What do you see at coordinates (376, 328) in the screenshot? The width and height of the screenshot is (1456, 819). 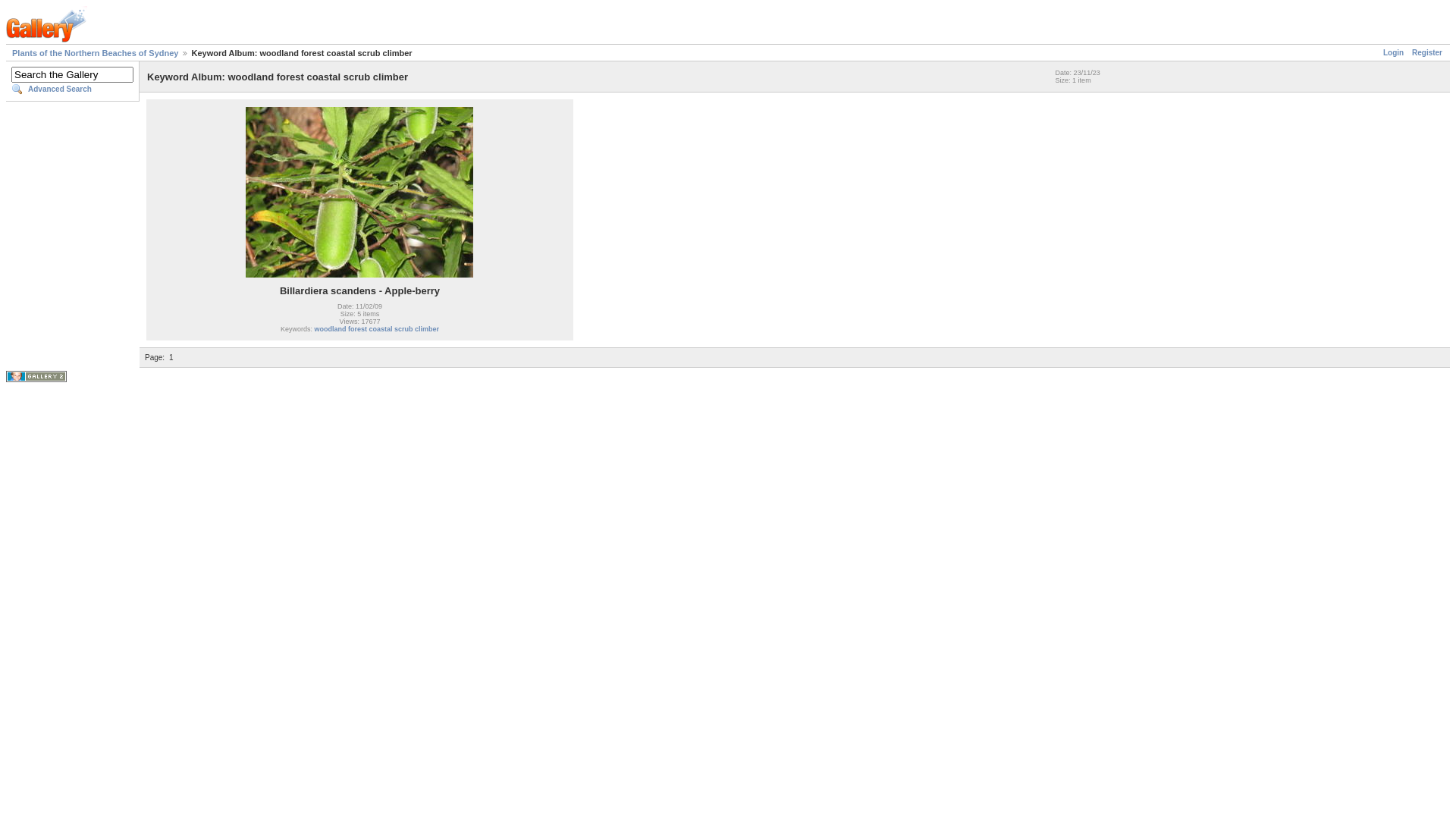 I see `'woodland forest coastal scrub climber'` at bounding box center [376, 328].